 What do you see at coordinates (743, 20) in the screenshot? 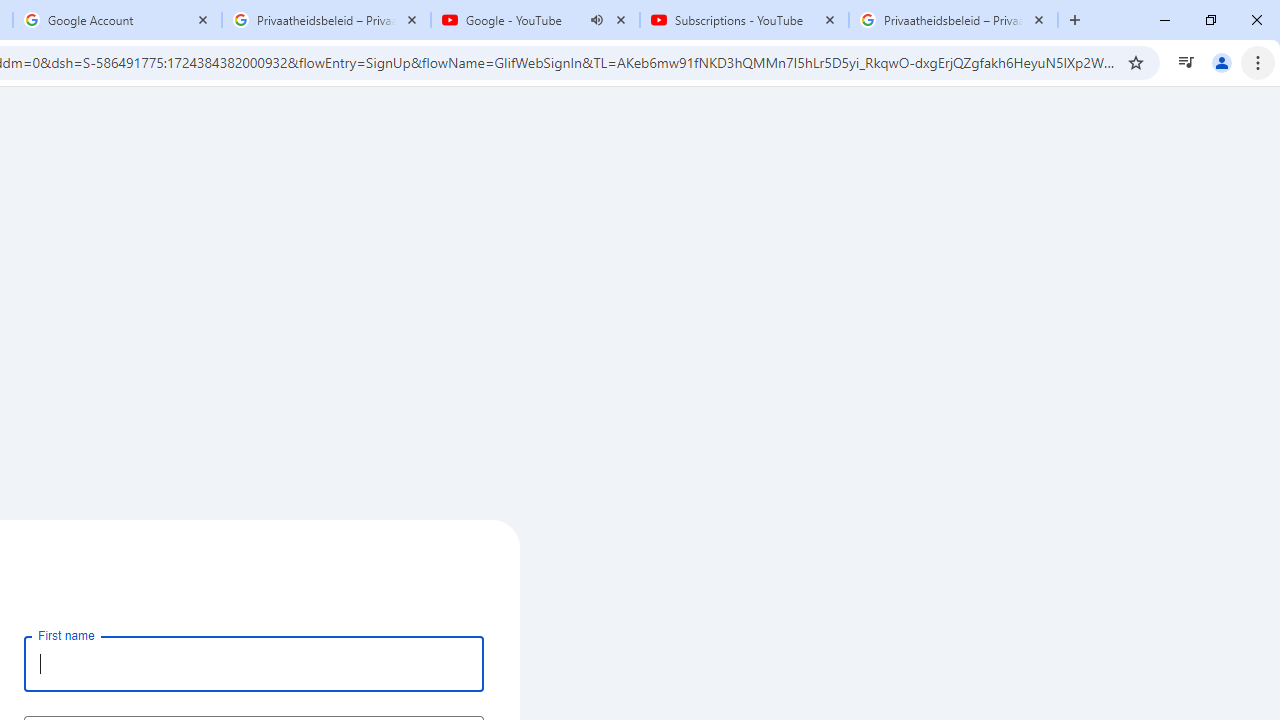
I see `'Subscriptions - YouTube'` at bounding box center [743, 20].